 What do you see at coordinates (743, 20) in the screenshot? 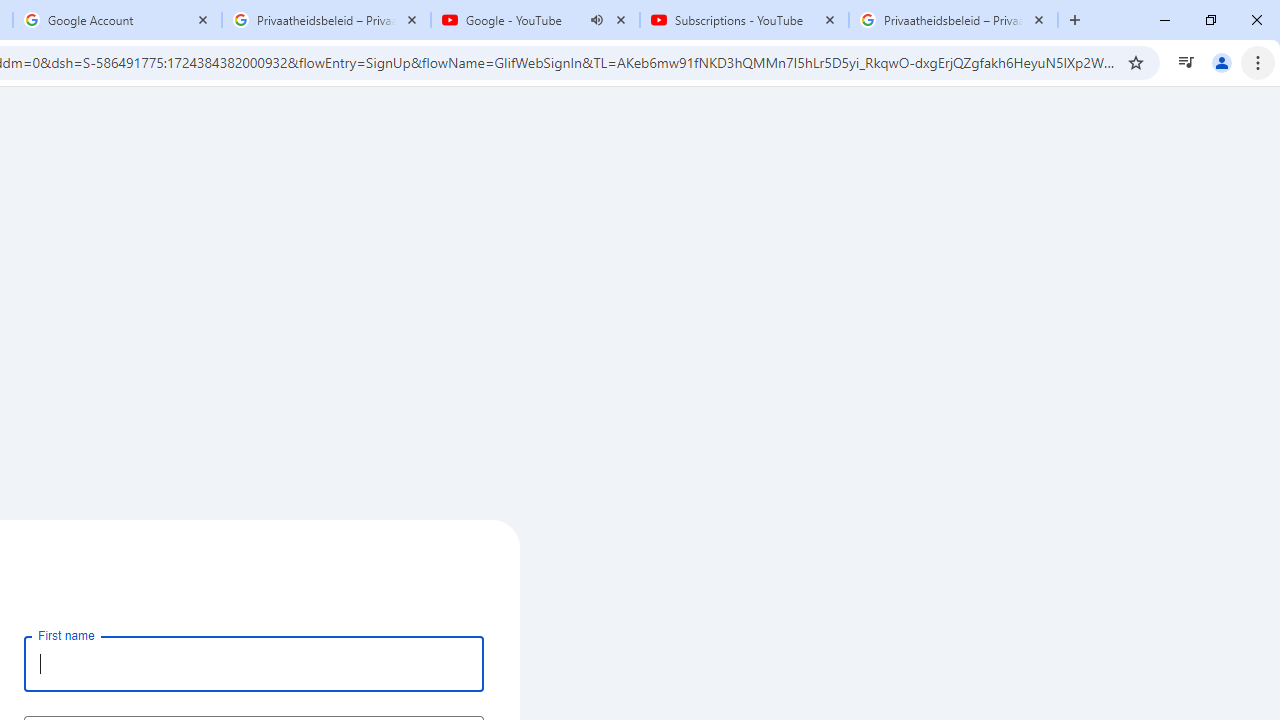
I see `'Subscriptions - YouTube'` at bounding box center [743, 20].